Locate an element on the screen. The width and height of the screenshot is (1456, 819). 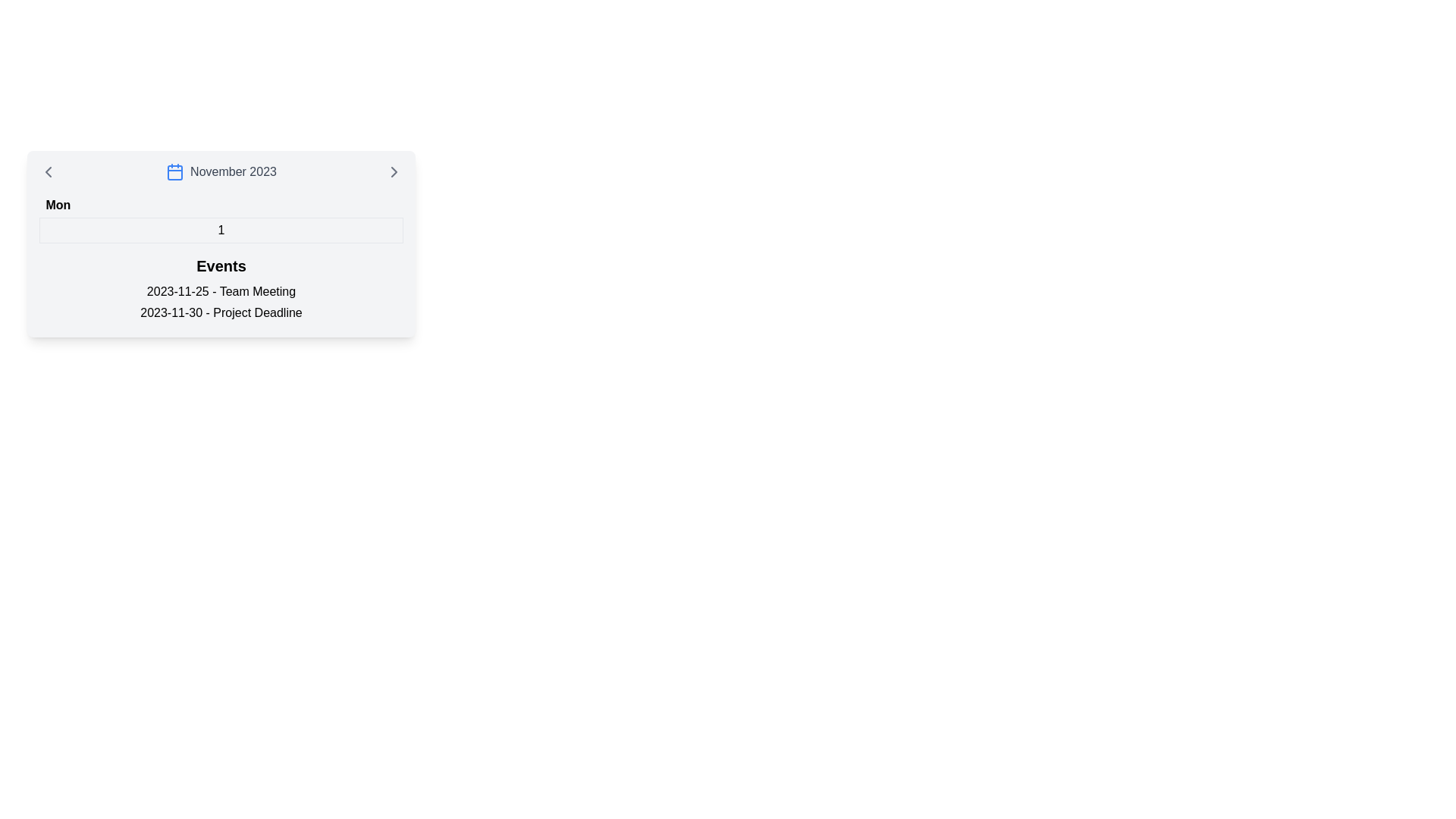
the forward navigation button located on the rightmost side of the header bar containing 'November 2023' is located at coordinates (394, 171).